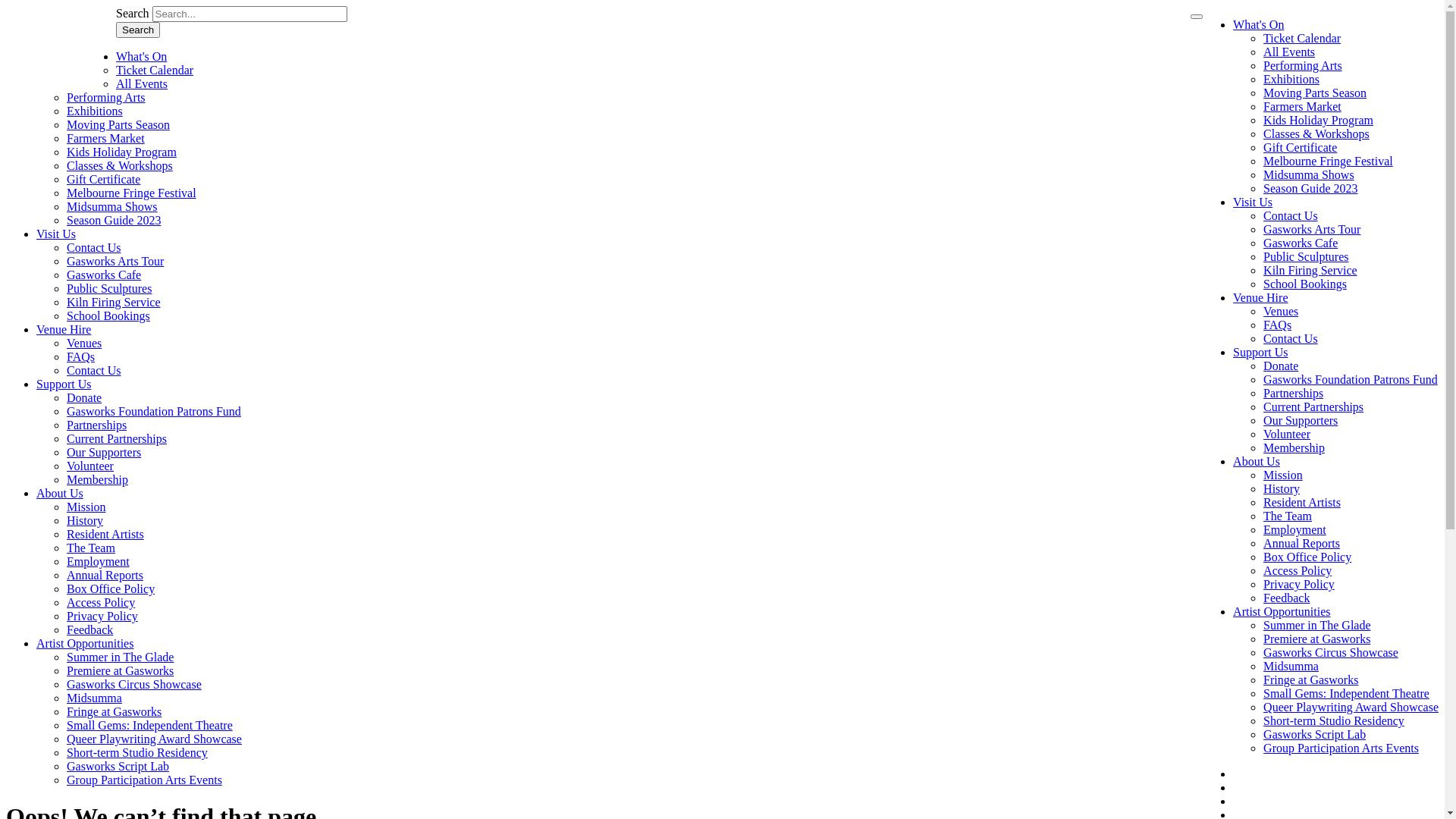  Describe the element at coordinates (100, 601) in the screenshot. I see `'Access Policy'` at that location.